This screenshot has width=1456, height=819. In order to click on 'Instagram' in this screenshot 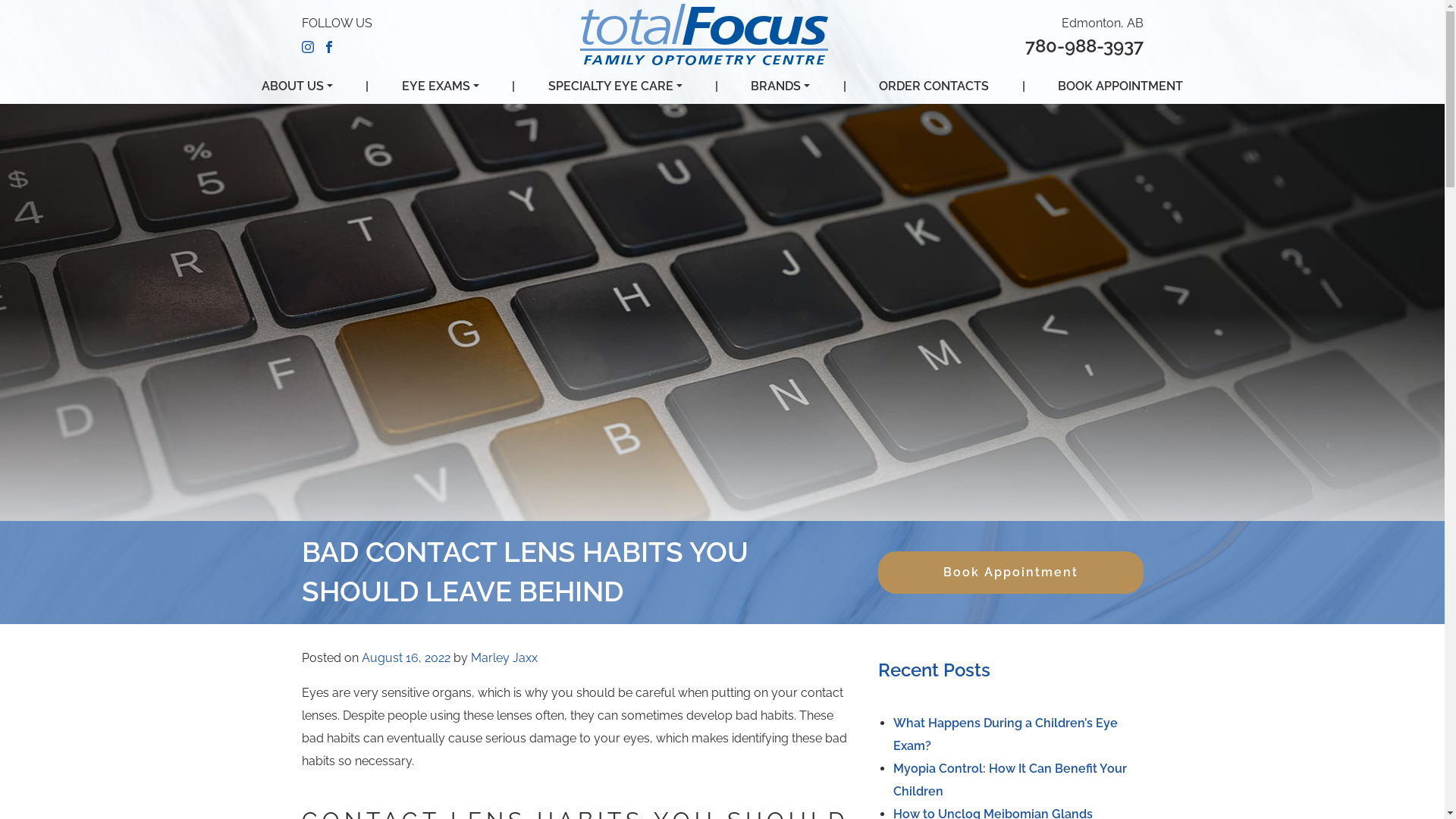, I will do `click(307, 45)`.